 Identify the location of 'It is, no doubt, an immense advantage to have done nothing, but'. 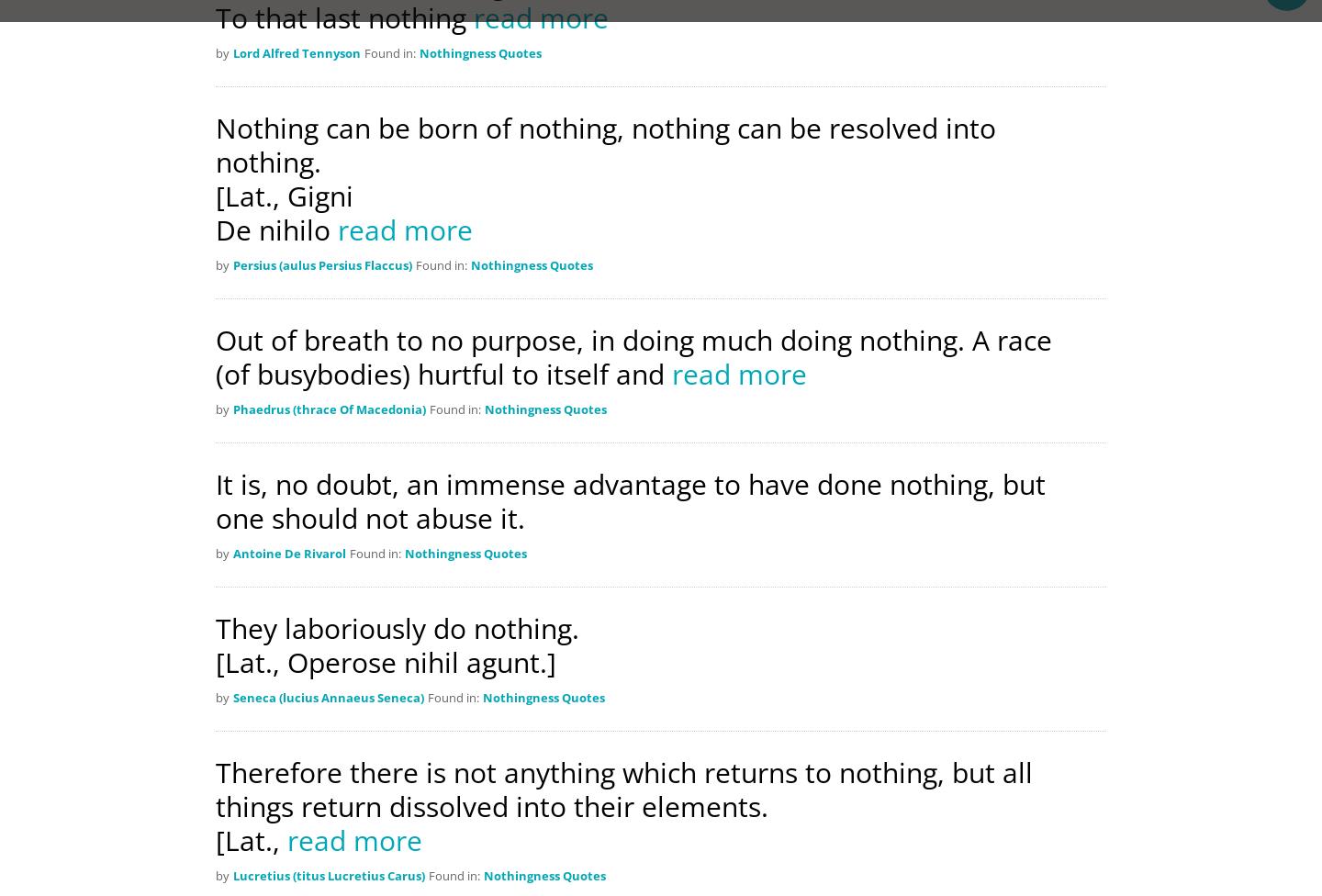
(216, 484).